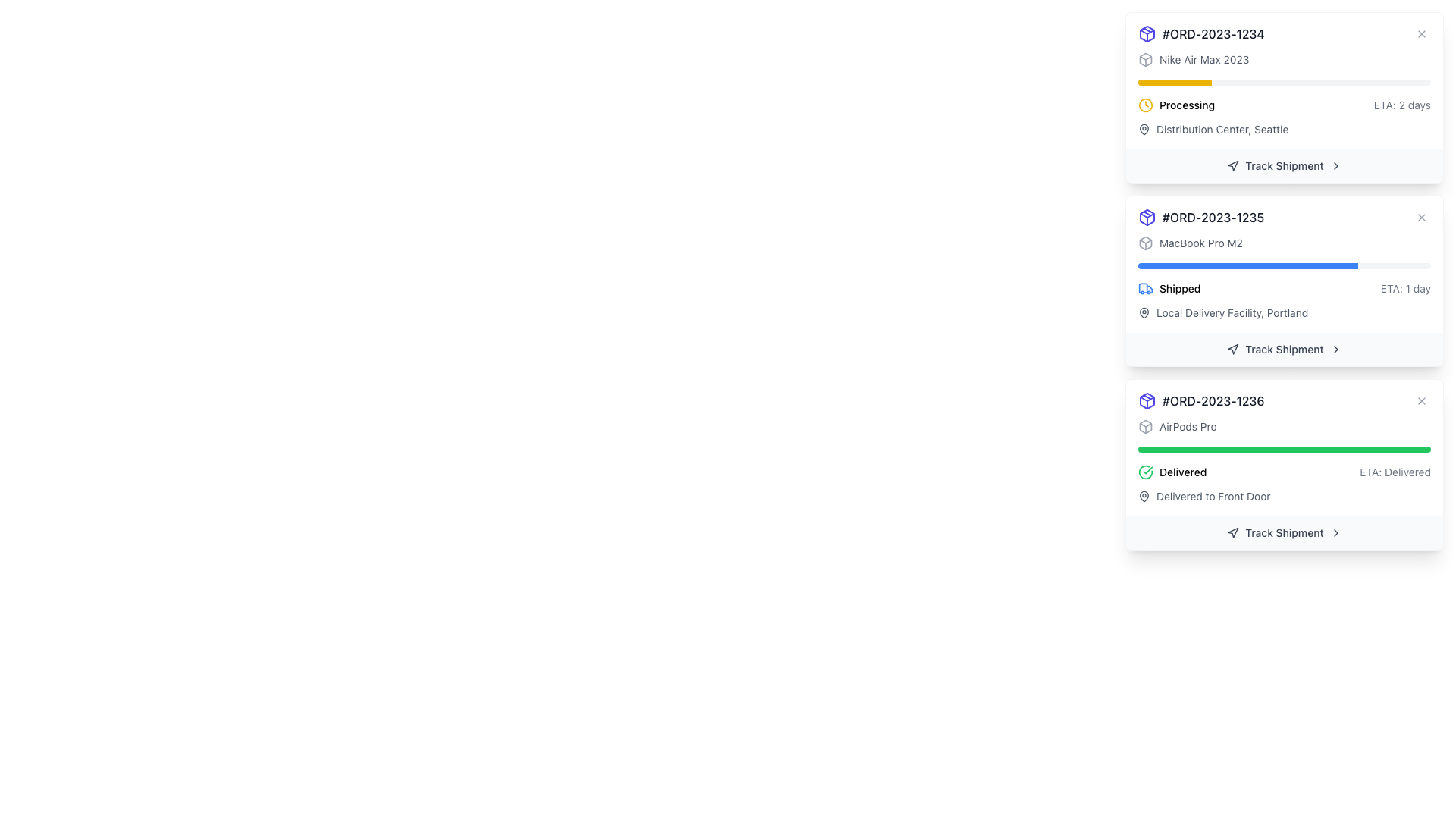 This screenshot has height=819, width=1456. What do you see at coordinates (1284, 350) in the screenshot?
I see `the 'Track Shipment' button located in the order card for '#ORD-2023-1235' below the delivery status and location information for 'MacBook Pro M2'` at bounding box center [1284, 350].